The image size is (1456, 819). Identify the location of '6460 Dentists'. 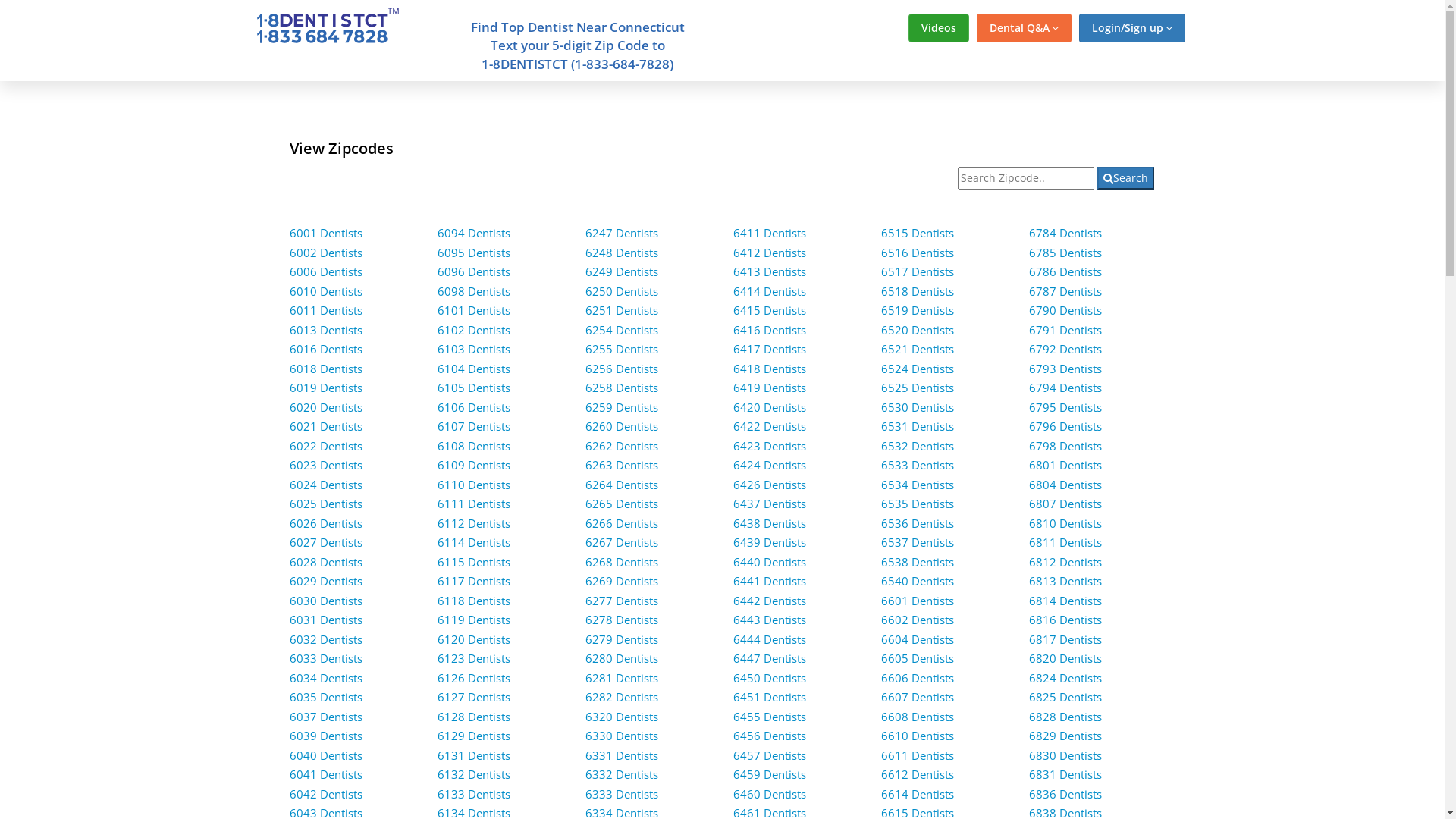
(769, 792).